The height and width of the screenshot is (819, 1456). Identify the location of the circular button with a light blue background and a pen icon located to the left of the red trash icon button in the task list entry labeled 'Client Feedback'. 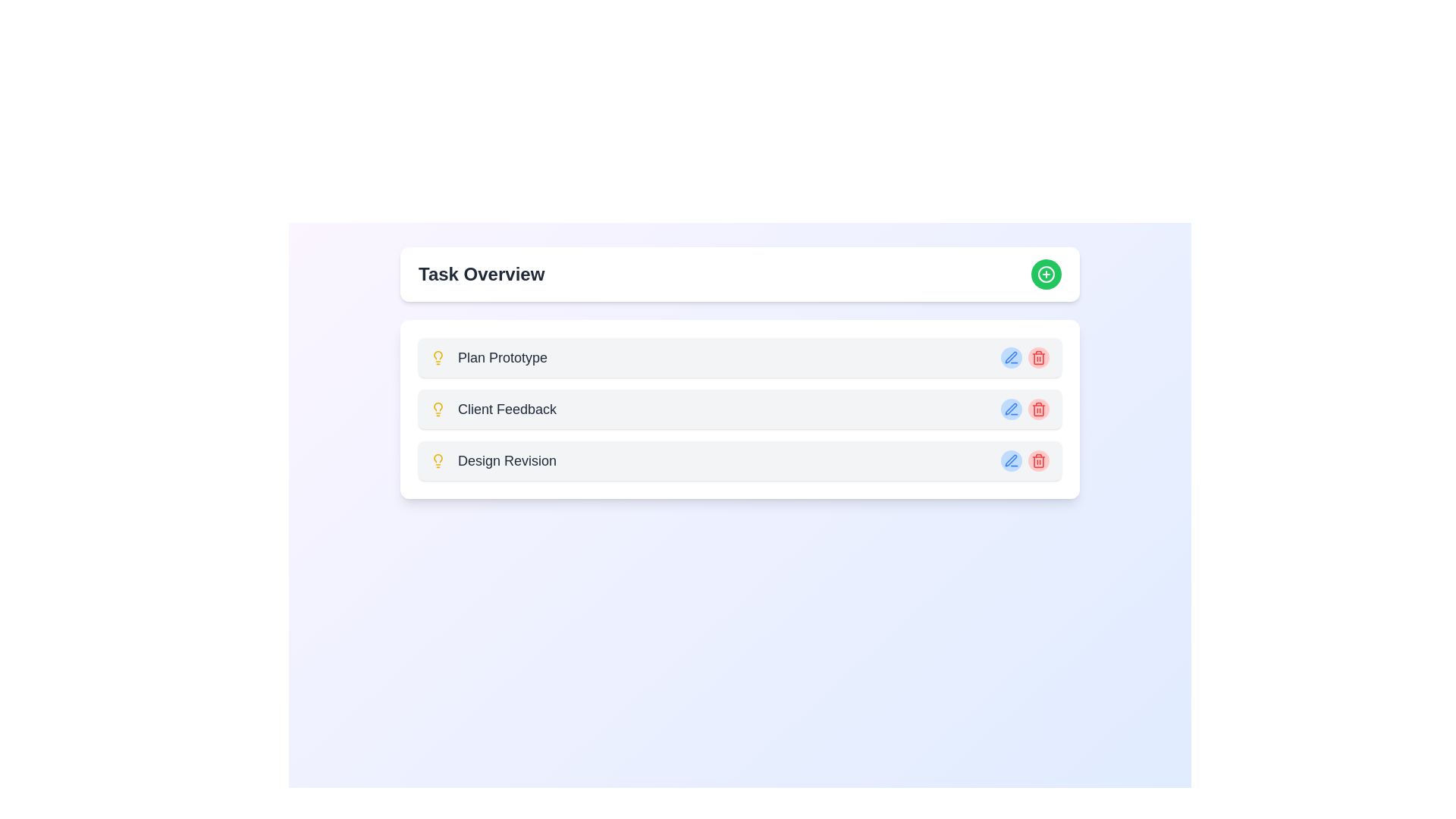
(1012, 409).